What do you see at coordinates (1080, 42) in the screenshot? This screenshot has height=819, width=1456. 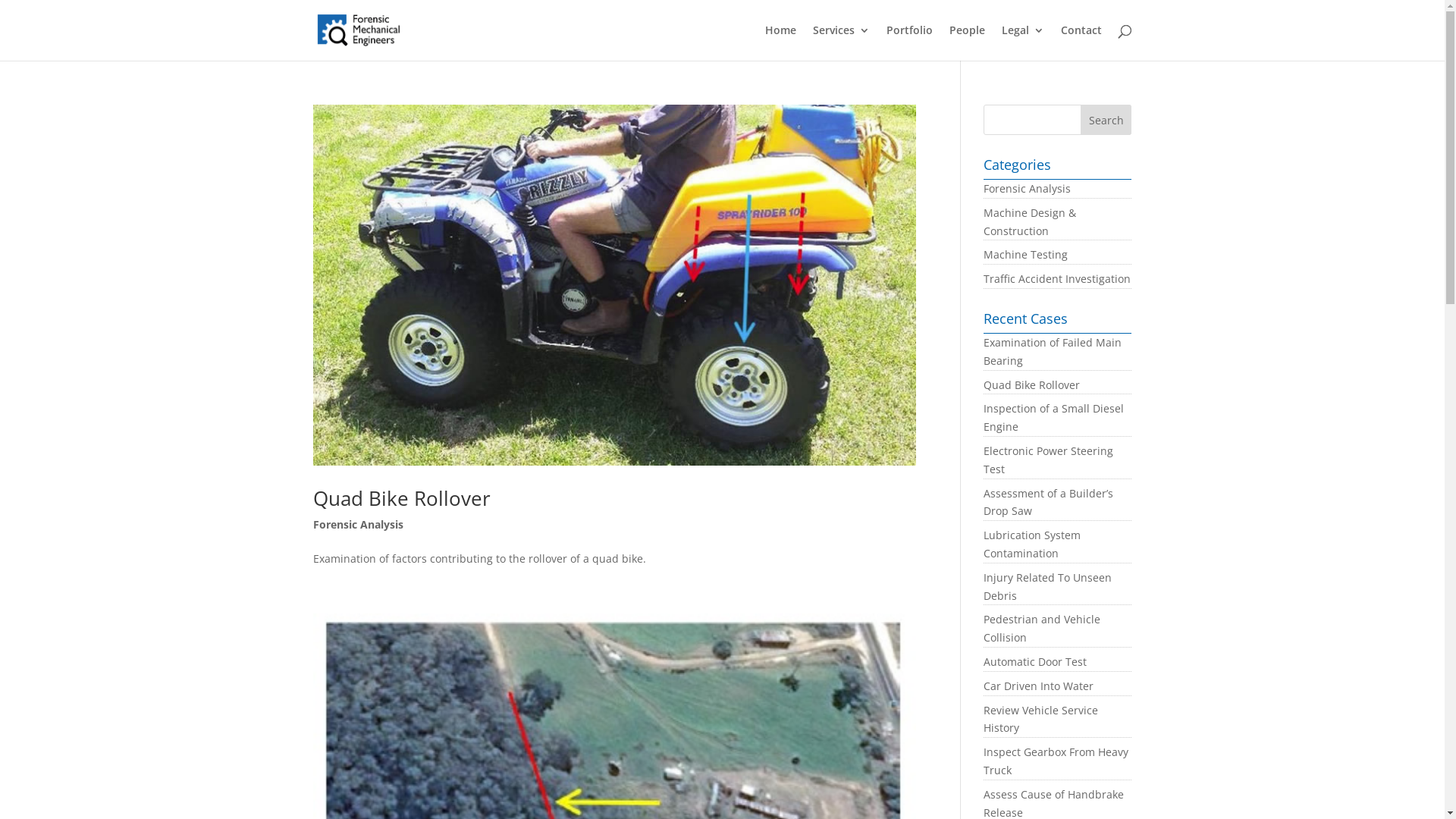 I see `'Contact'` at bounding box center [1080, 42].